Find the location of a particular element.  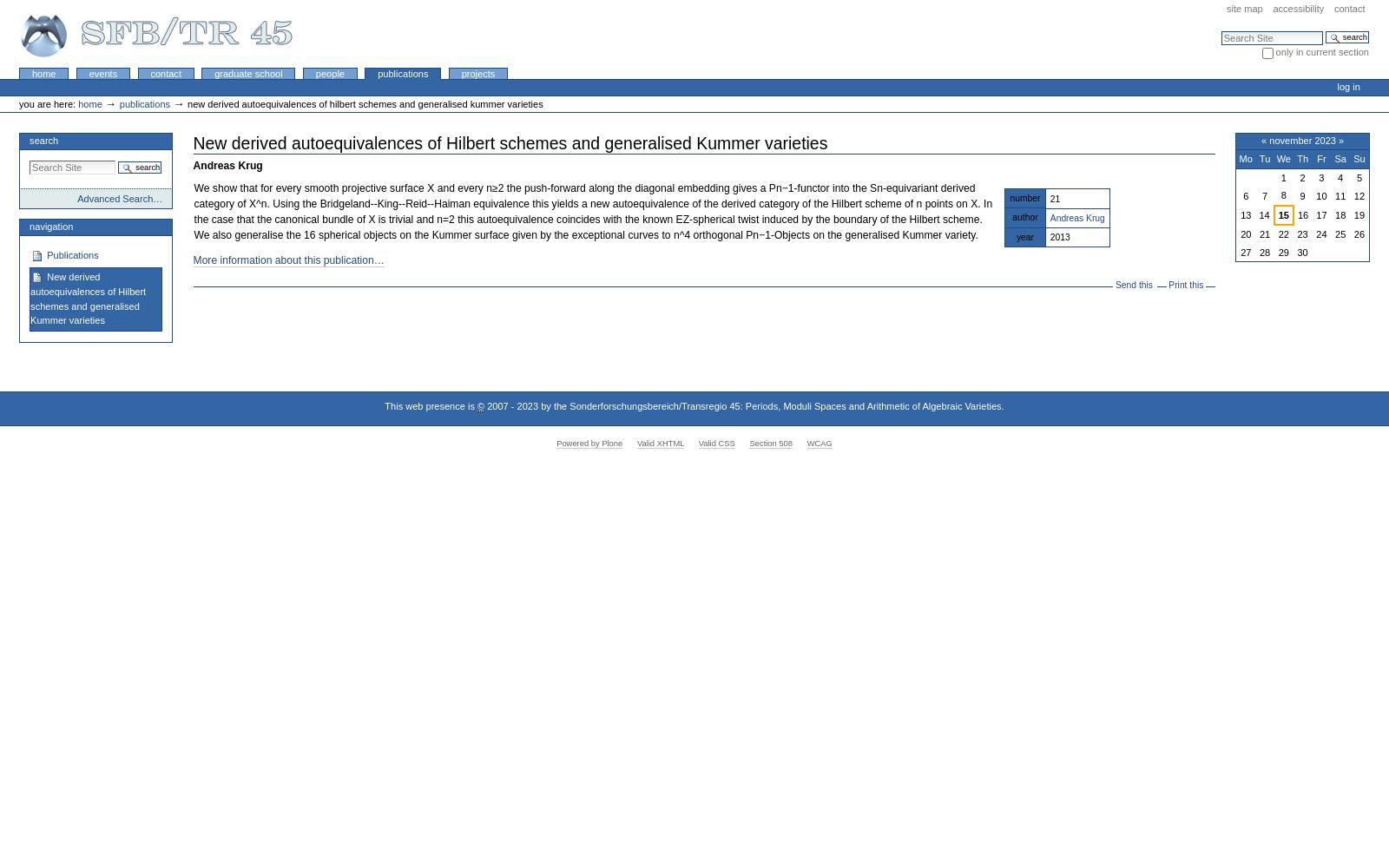

'by the' is located at coordinates (538, 405).